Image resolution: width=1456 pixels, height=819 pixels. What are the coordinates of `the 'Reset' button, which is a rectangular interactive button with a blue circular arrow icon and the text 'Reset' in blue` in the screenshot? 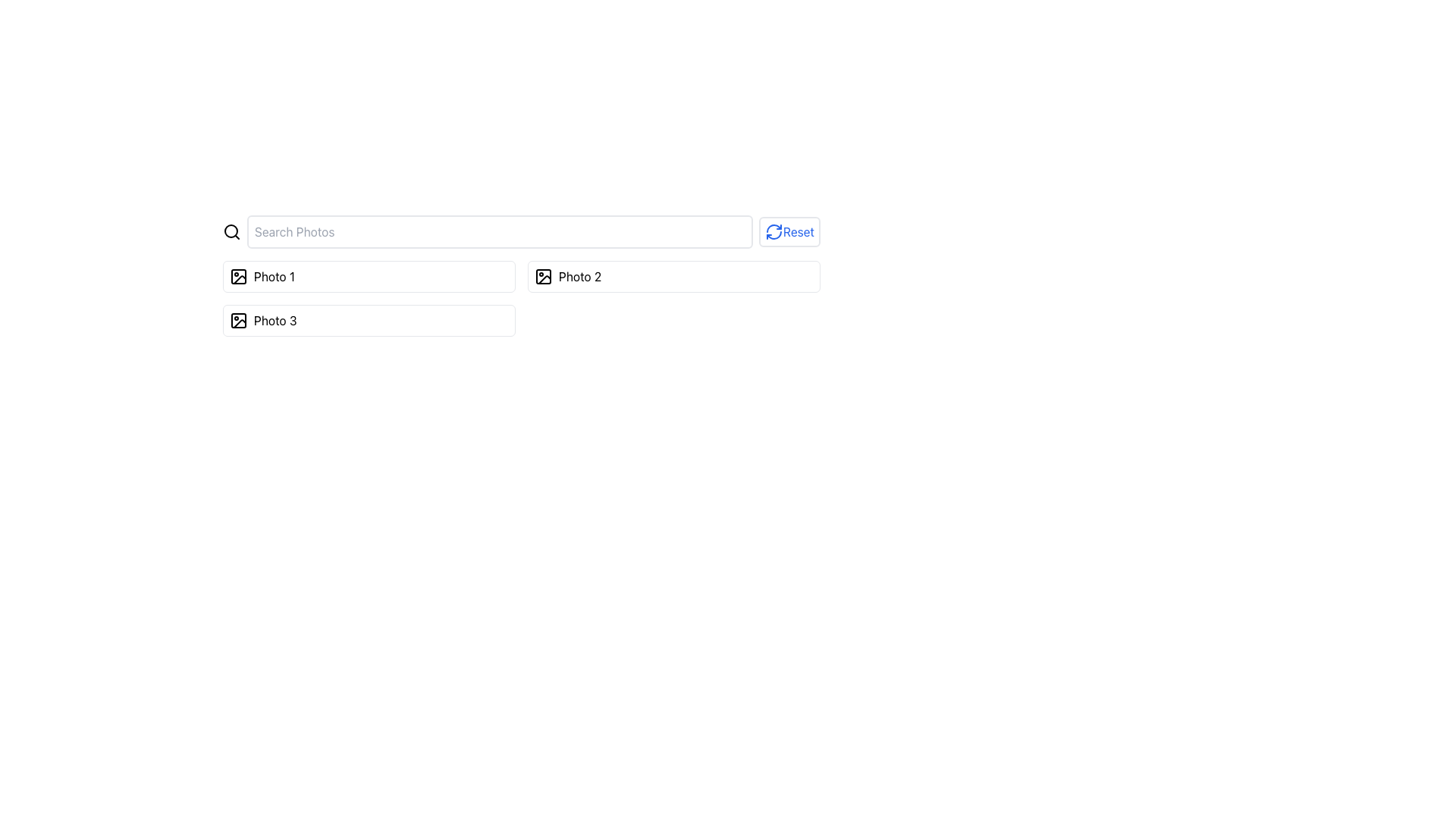 It's located at (789, 231).